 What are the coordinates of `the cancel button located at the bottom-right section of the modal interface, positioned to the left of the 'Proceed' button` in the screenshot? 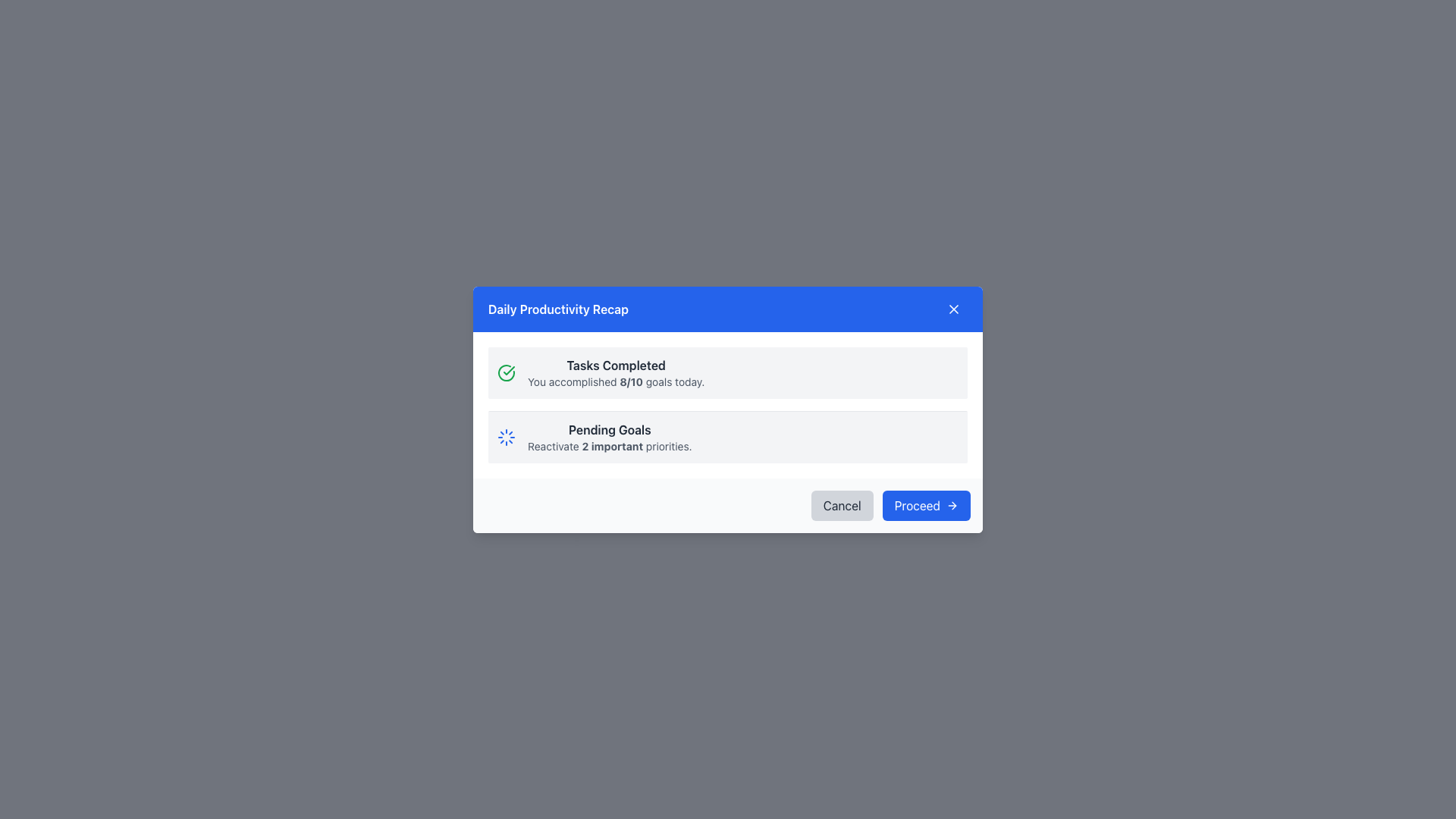 It's located at (841, 505).